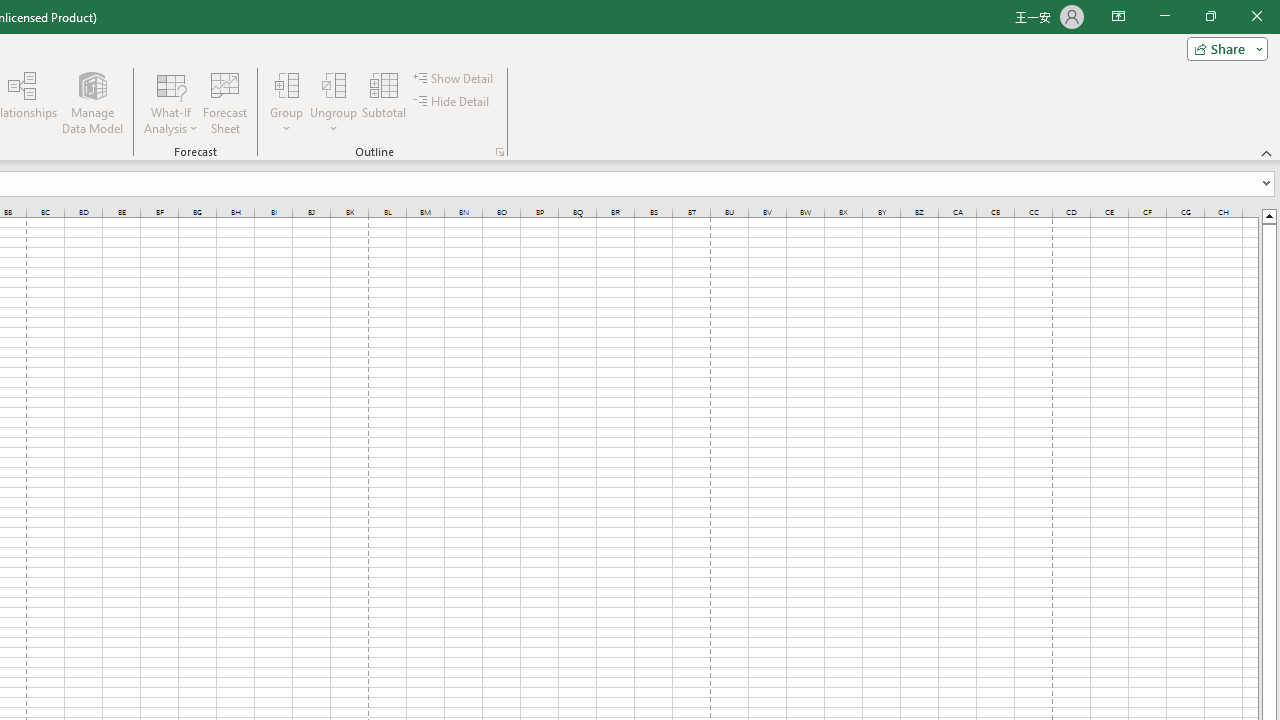 The width and height of the screenshot is (1280, 720). Describe the element at coordinates (171, 103) in the screenshot. I see `'What-If Analysis'` at that location.